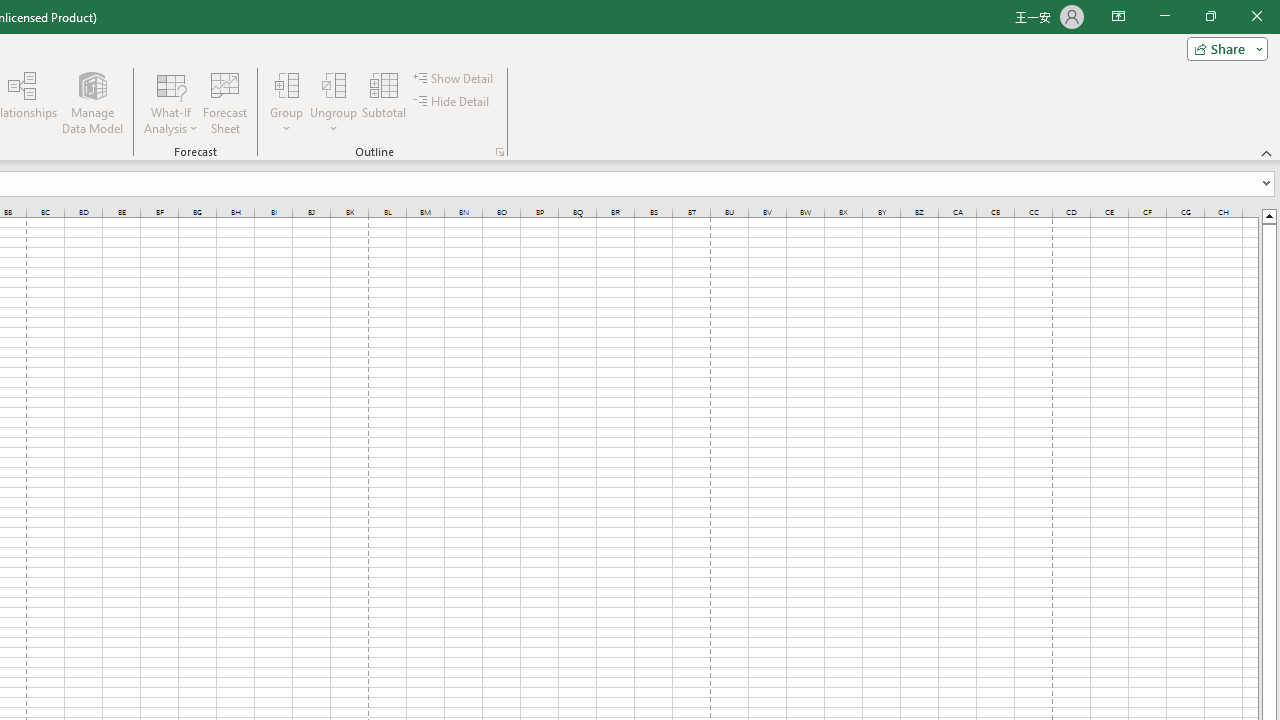 The width and height of the screenshot is (1280, 720). Describe the element at coordinates (171, 103) in the screenshot. I see `'What-If Analysis'` at that location.